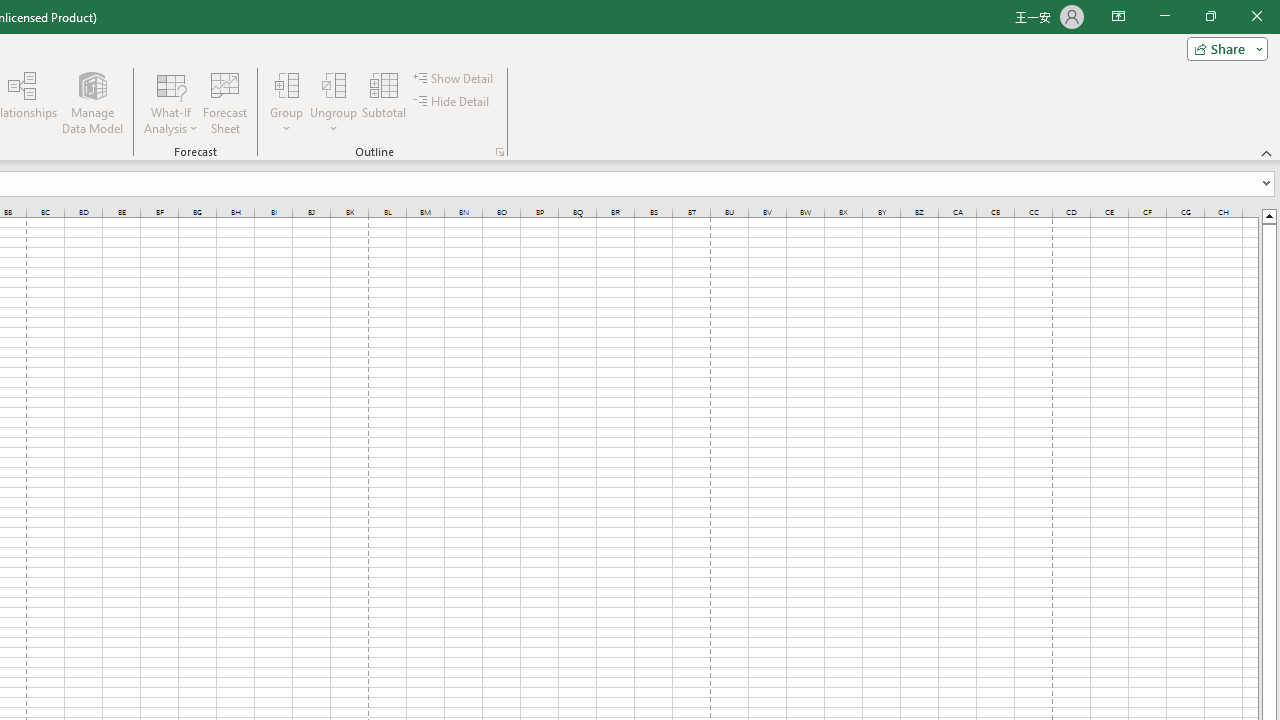 The width and height of the screenshot is (1280, 720). Describe the element at coordinates (171, 103) in the screenshot. I see `'What-If Analysis'` at that location.